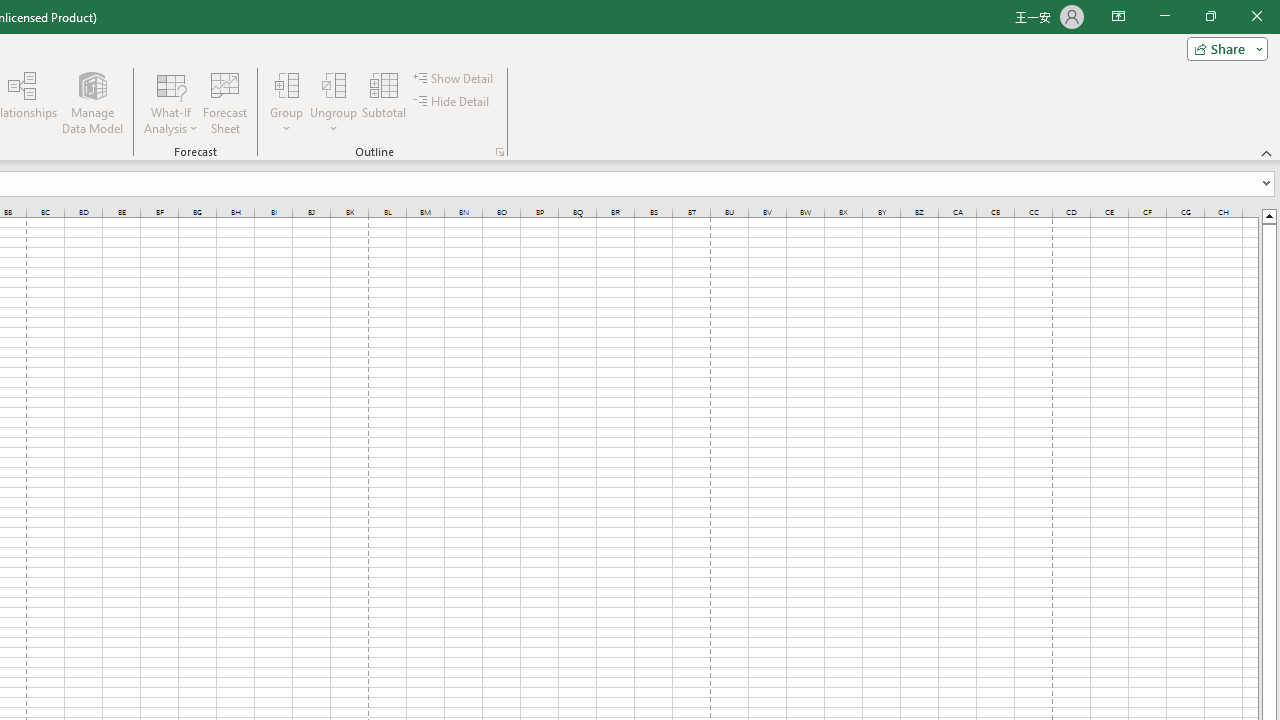 The width and height of the screenshot is (1280, 720). Describe the element at coordinates (171, 103) in the screenshot. I see `'What-If Analysis'` at that location.